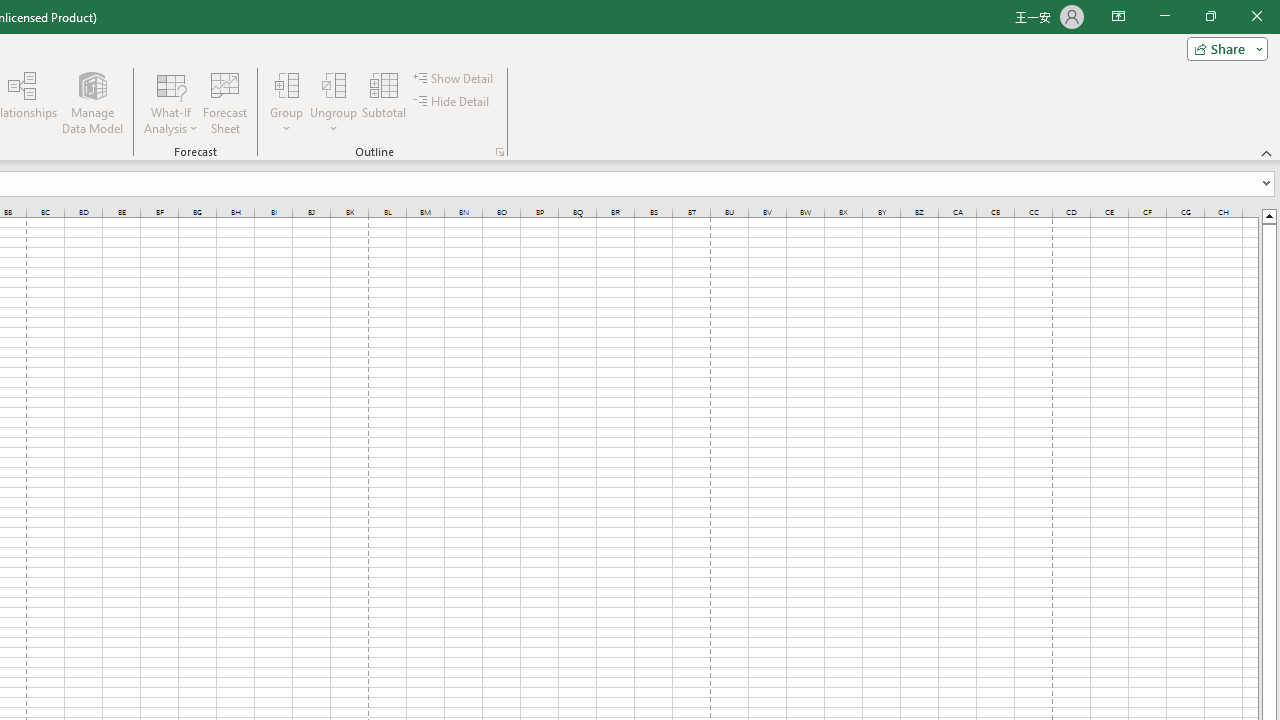 The width and height of the screenshot is (1280, 720). Describe the element at coordinates (171, 103) in the screenshot. I see `'What-If Analysis'` at that location.